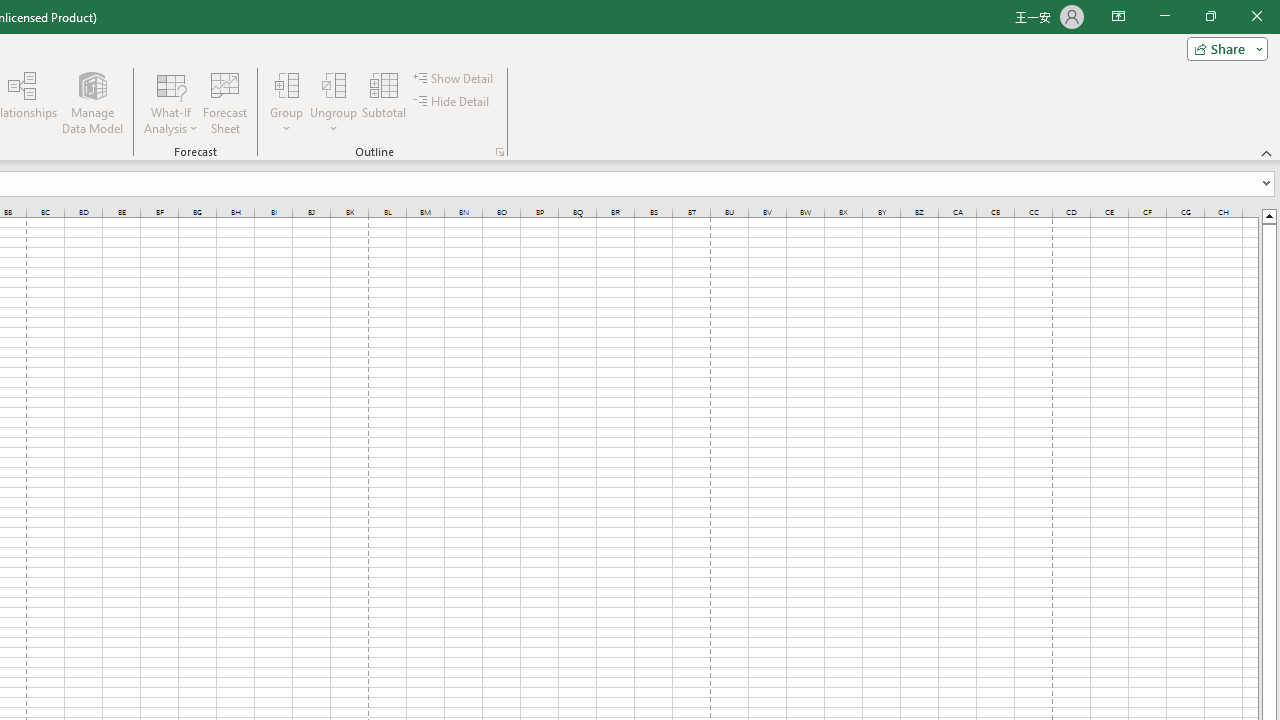 The width and height of the screenshot is (1280, 720). Describe the element at coordinates (171, 103) in the screenshot. I see `'What-If Analysis'` at that location.